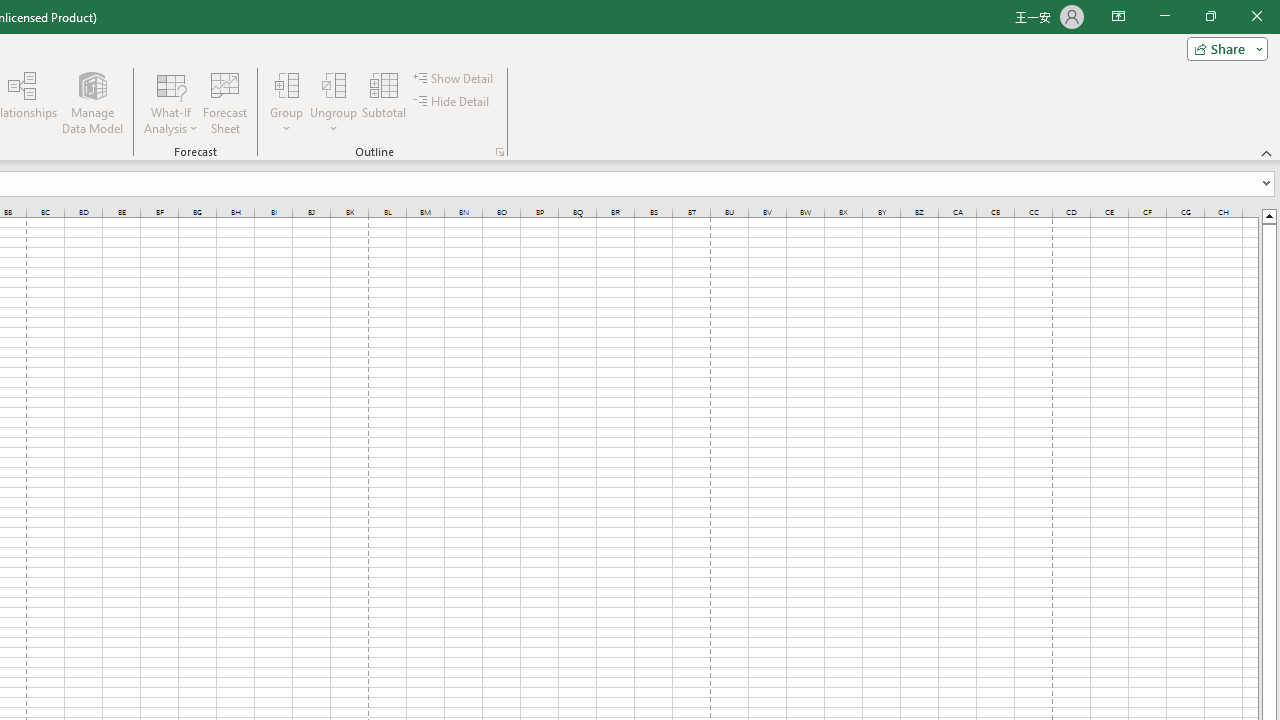 The width and height of the screenshot is (1280, 720). Describe the element at coordinates (171, 103) in the screenshot. I see `'What-If Analysis'` at that location.